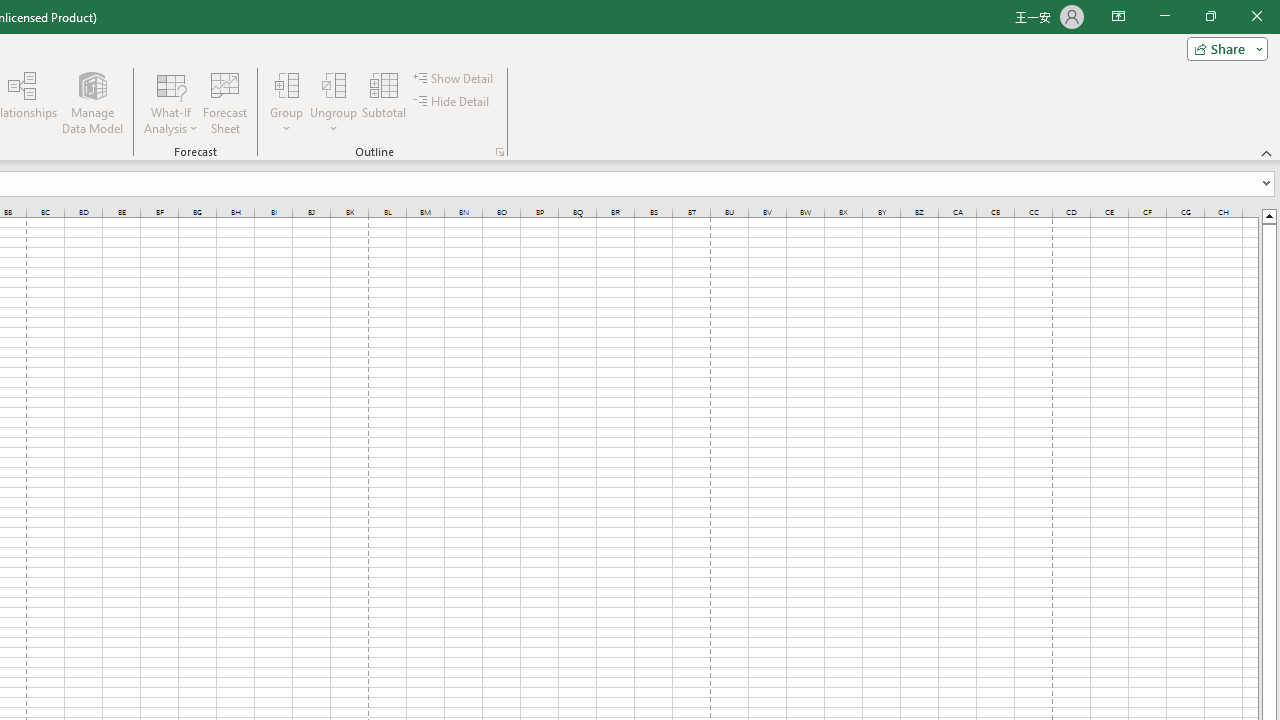 The width and height of the screenshot is (1280, 720). Describe the element at coordinates (171, 103) in the screenshot. I see `'What-If Analysis'` at that location.